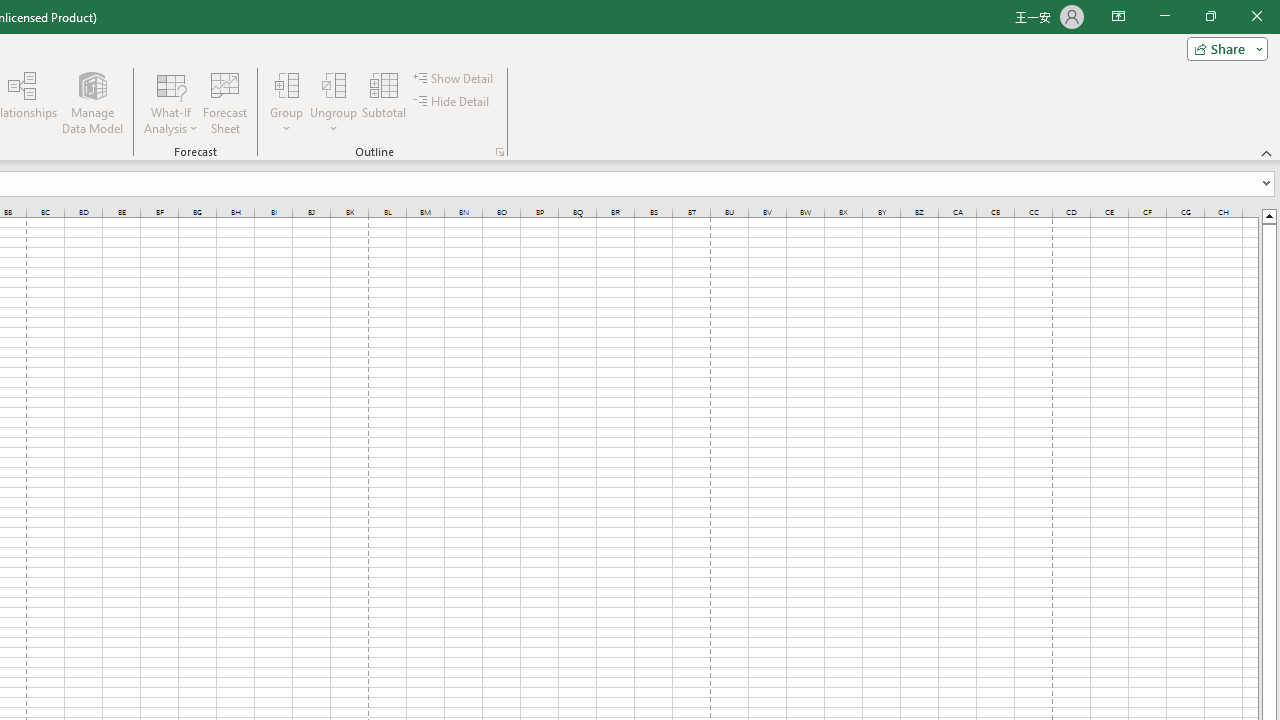 The width and height of the screenshot is (1280, 720). Describe the element at coordinates (171, 103) in the screenshot. I see `'What-If Analysis'` at that location.